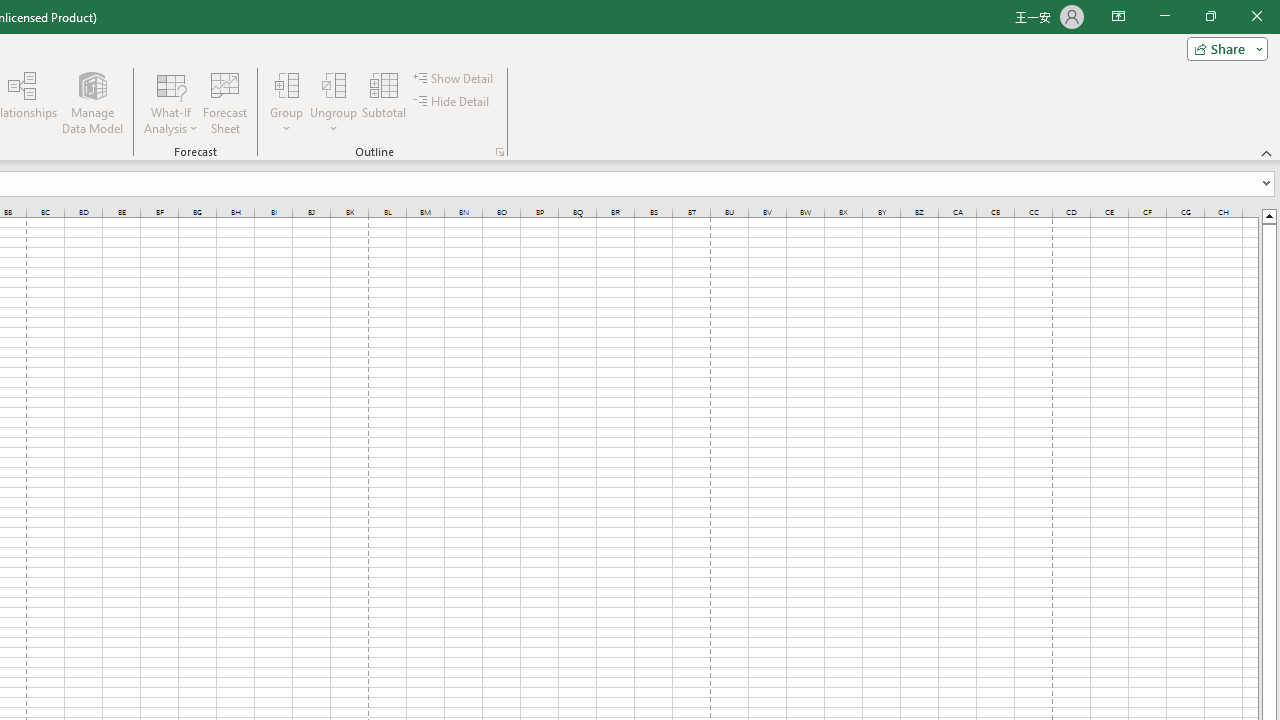 The width and height of the screenshot is (1280, 720). Describe the element at coordinates (171, 103) in the screenshot. I see `'What-If Analysis'` at that location.